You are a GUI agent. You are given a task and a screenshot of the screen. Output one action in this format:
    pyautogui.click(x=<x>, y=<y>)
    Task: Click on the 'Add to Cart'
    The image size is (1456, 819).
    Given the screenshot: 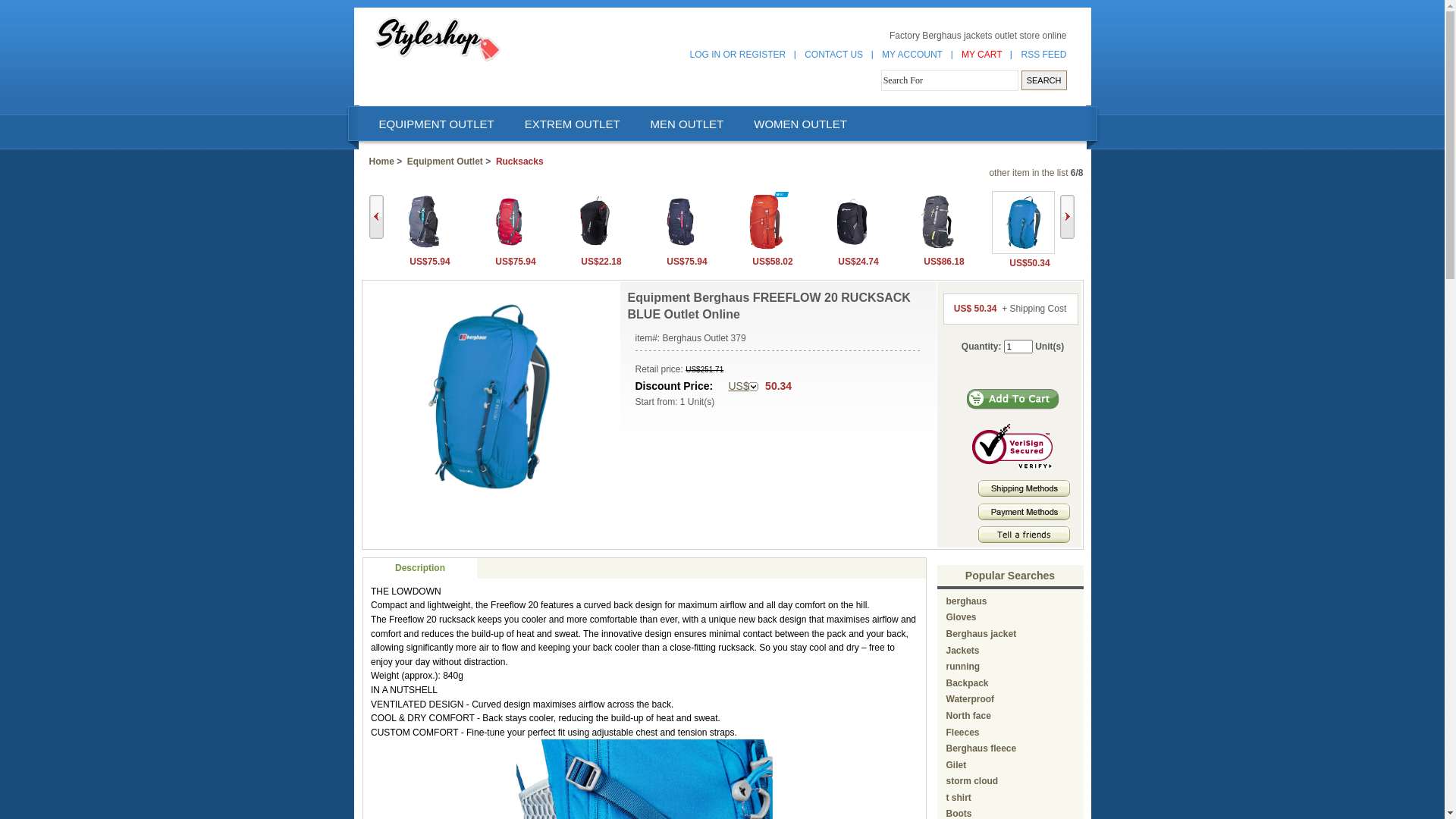 What is the action you would take?
    pyautogui.click(x=1012, y=398)
    